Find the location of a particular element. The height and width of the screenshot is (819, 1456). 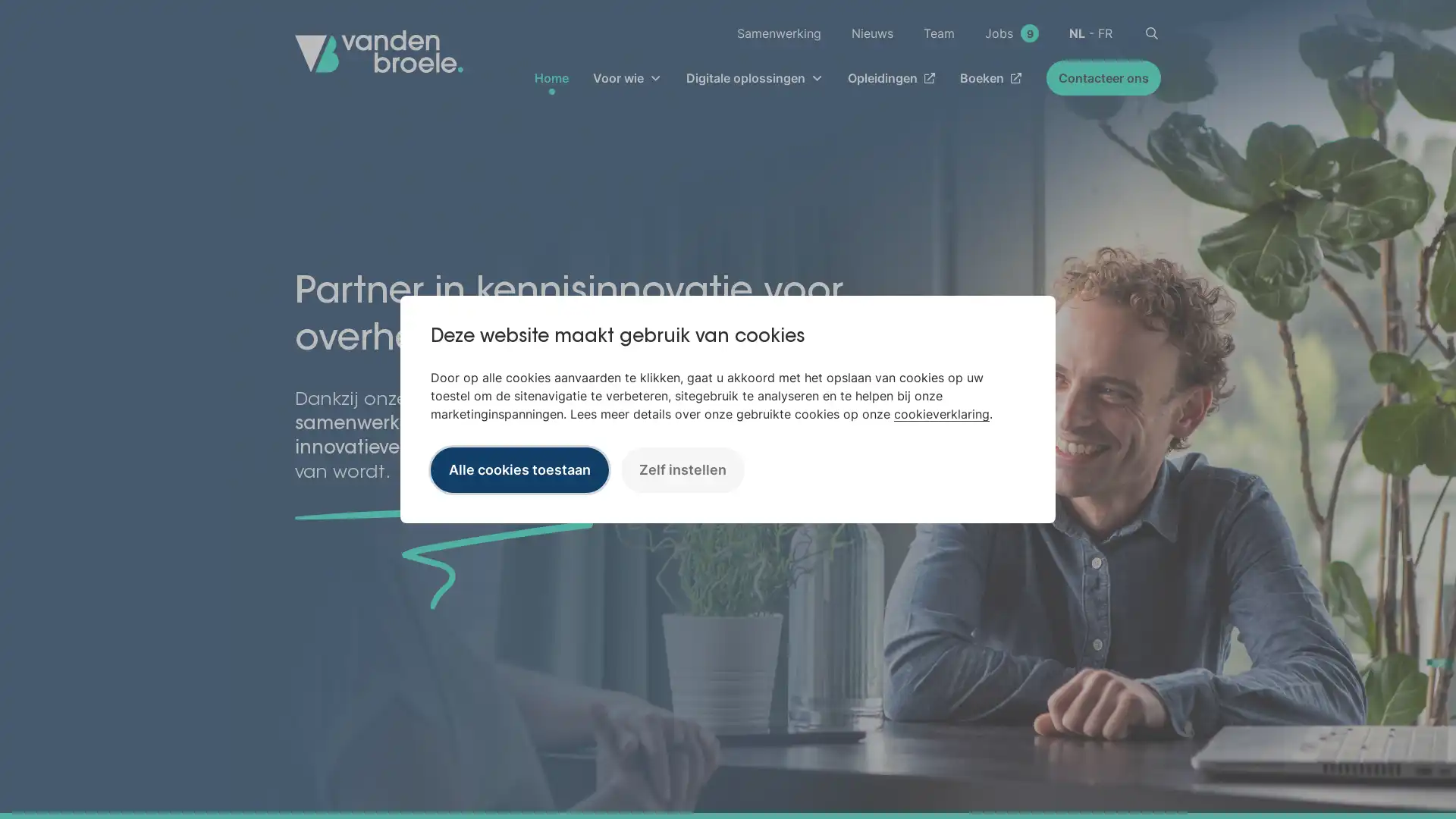

Zelf instellen is located at coordinates (682, 468).